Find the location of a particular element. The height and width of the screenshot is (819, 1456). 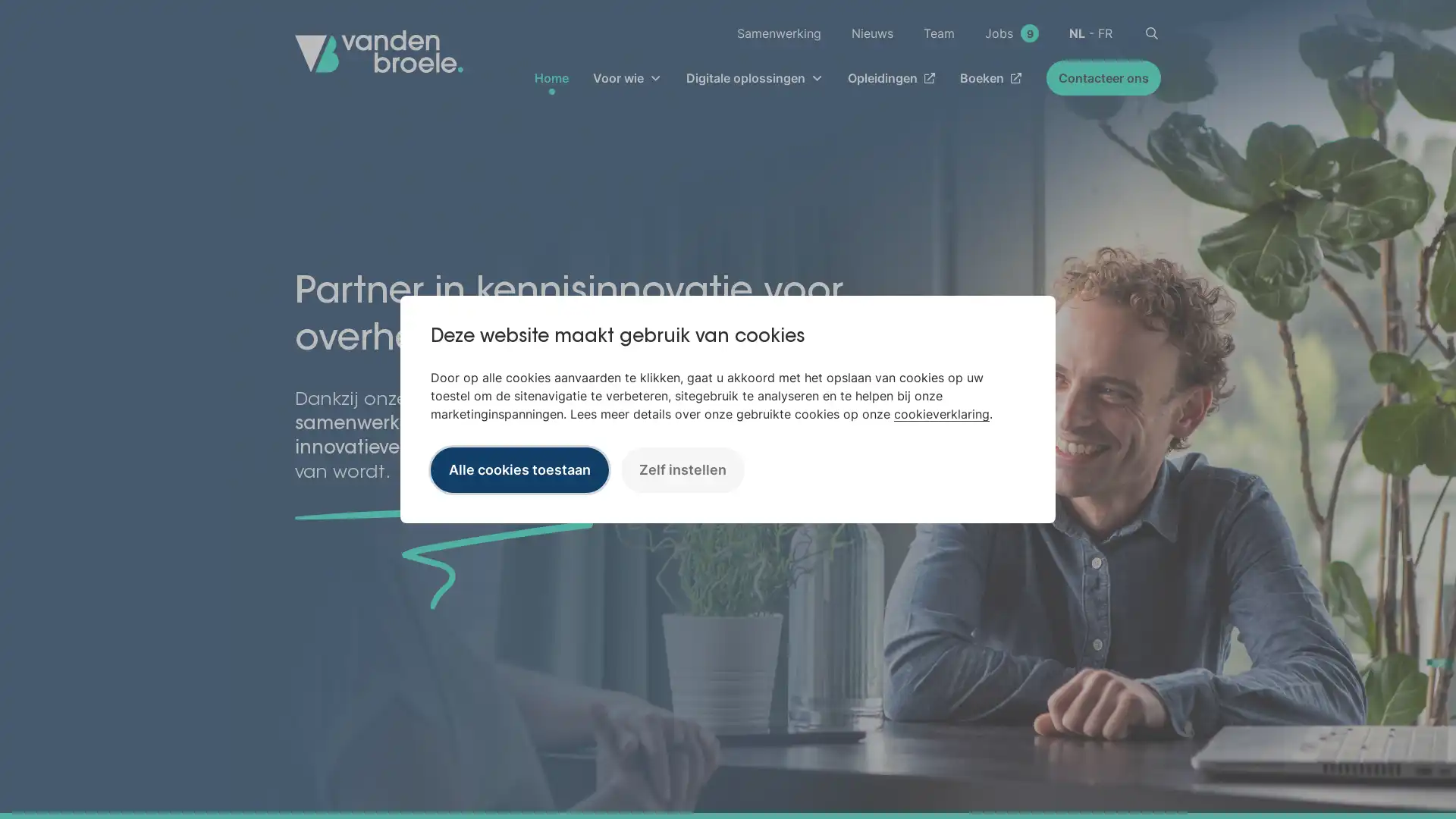

Zelf instellen is located at coordinates (682, 468).